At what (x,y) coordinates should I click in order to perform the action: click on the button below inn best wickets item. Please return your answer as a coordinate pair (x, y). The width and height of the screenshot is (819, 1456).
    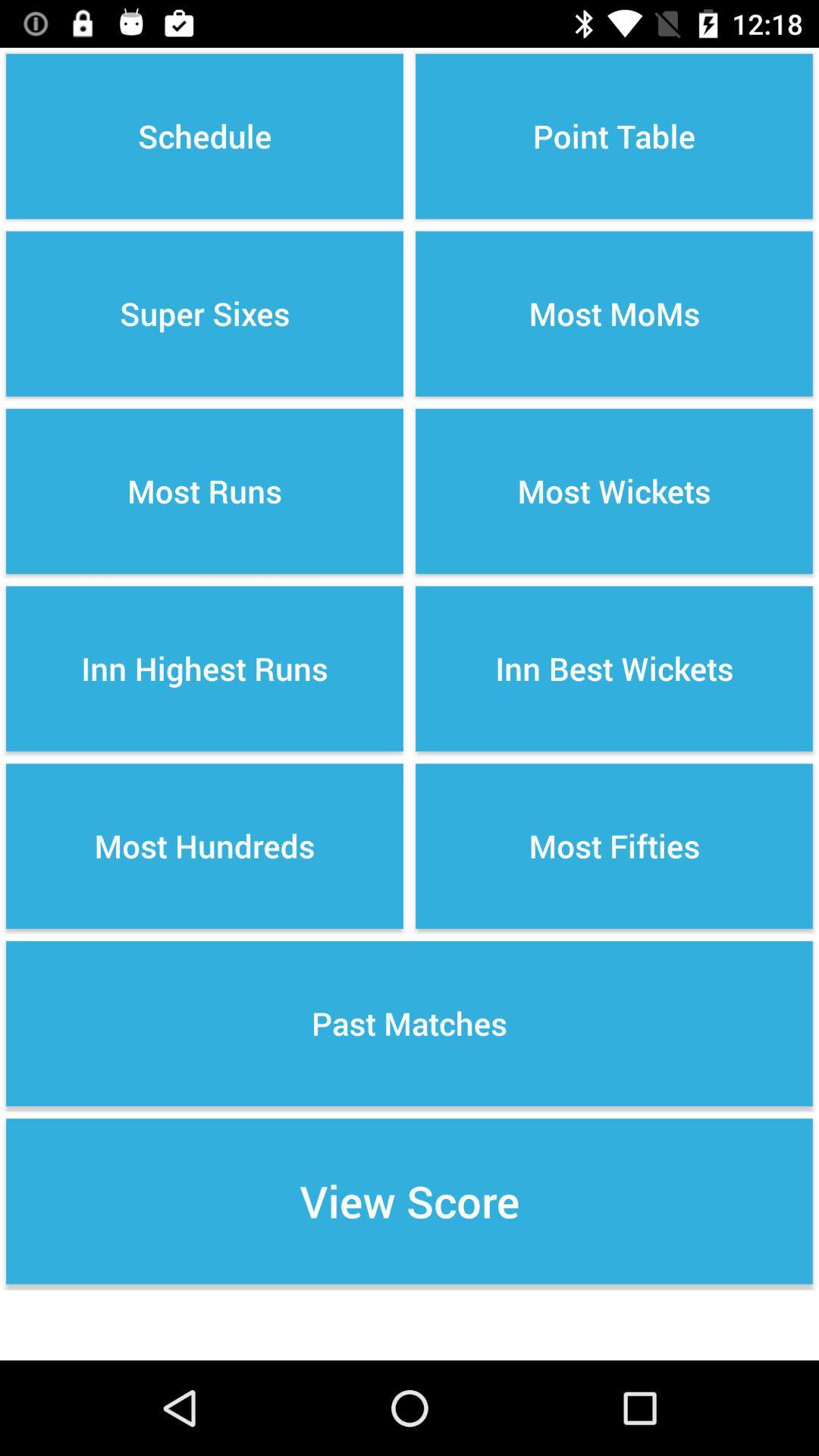
    Looking at the image, I should click on (614, 846).